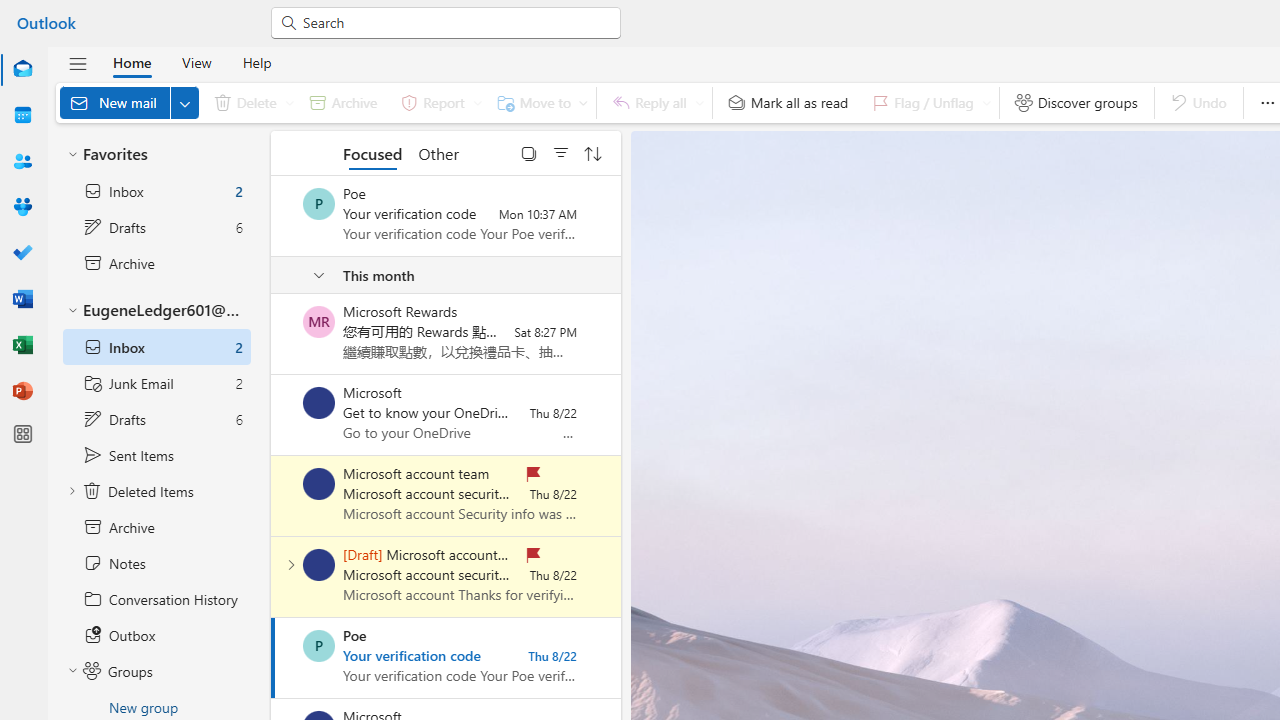 The image size is (1280, 720). What do you see at coordinates (23, 343) in the screenshot?
I see `'Excel'` at bounding box center [23, 343].